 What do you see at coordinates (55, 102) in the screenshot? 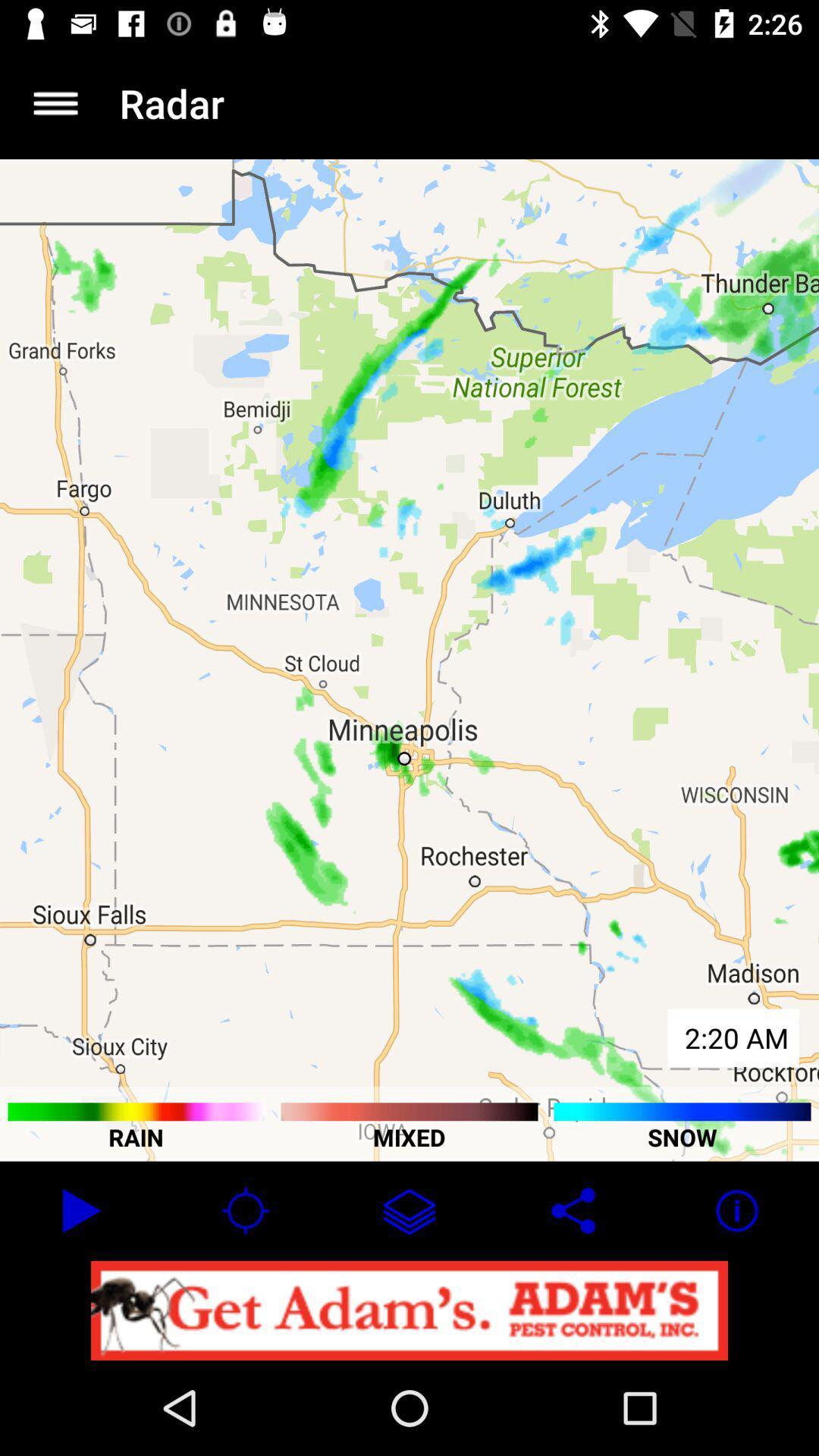
I see `setting option` at bounding box center [55, 102].